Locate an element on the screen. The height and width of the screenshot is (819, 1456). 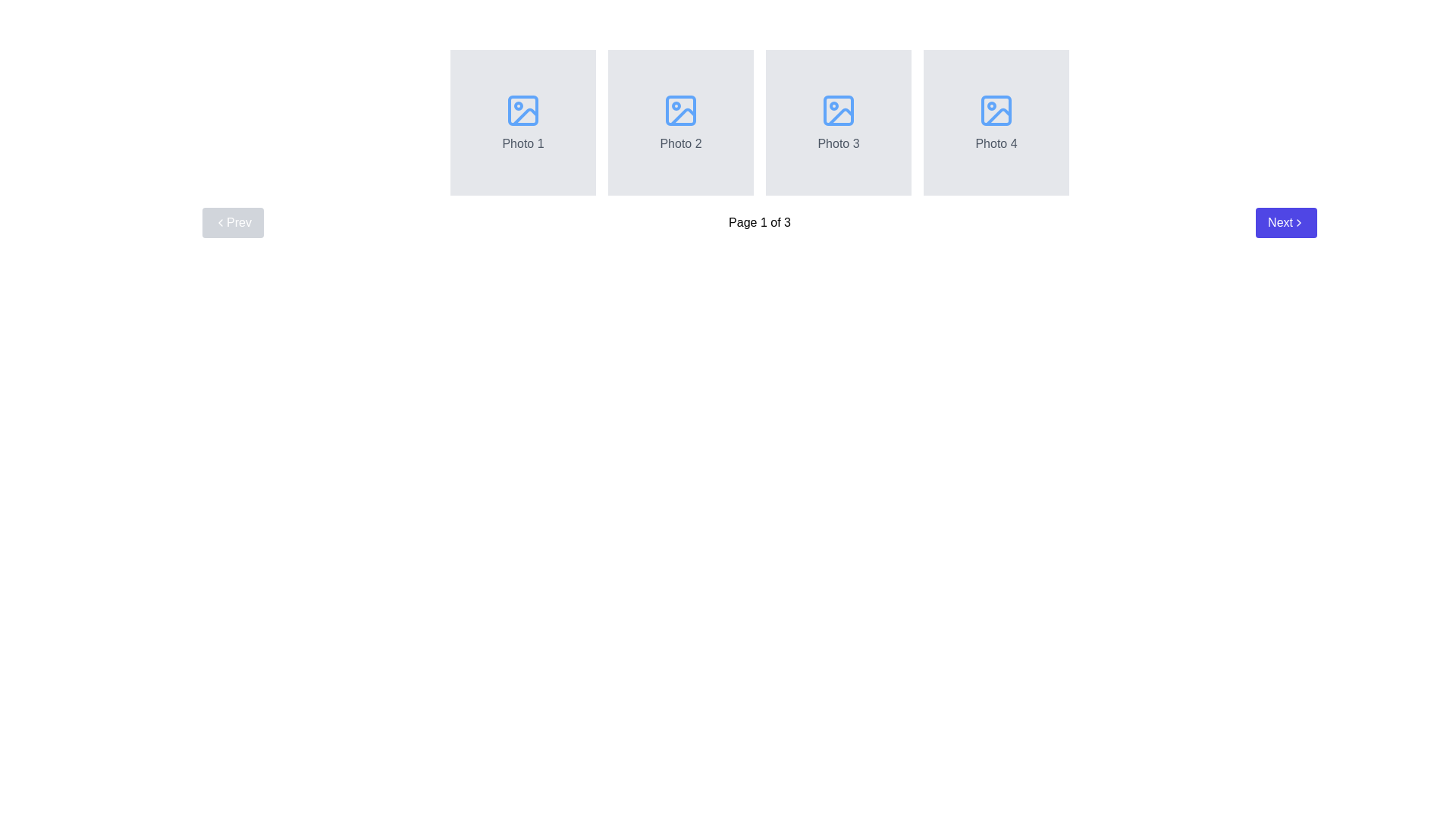
the decorative part of the icon representing photo content located in the fourth photo tile marked as 'Photo 4' in the horizontal list of photo tiles at the top of the interface is located at coordinates (996, 110).